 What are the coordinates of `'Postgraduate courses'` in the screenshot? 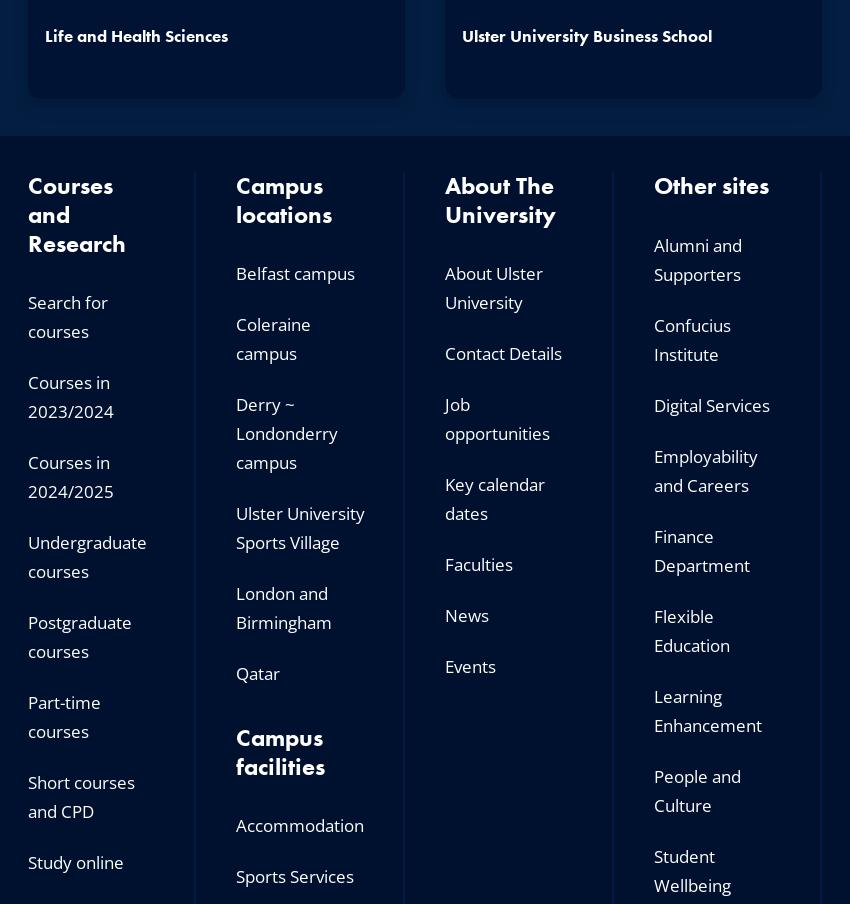 It's located at (78, 636).